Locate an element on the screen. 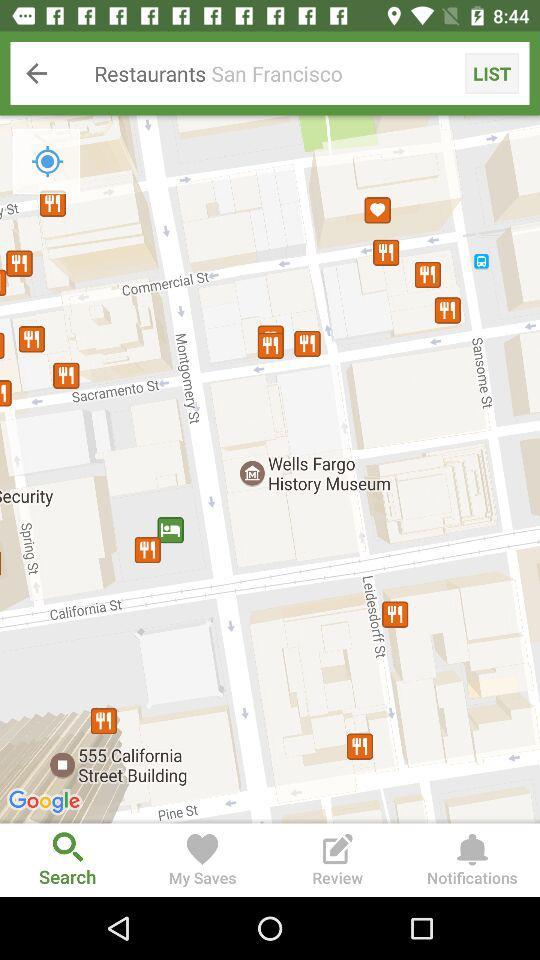  the location_crosshair icon is located at coordinates (47, 160).